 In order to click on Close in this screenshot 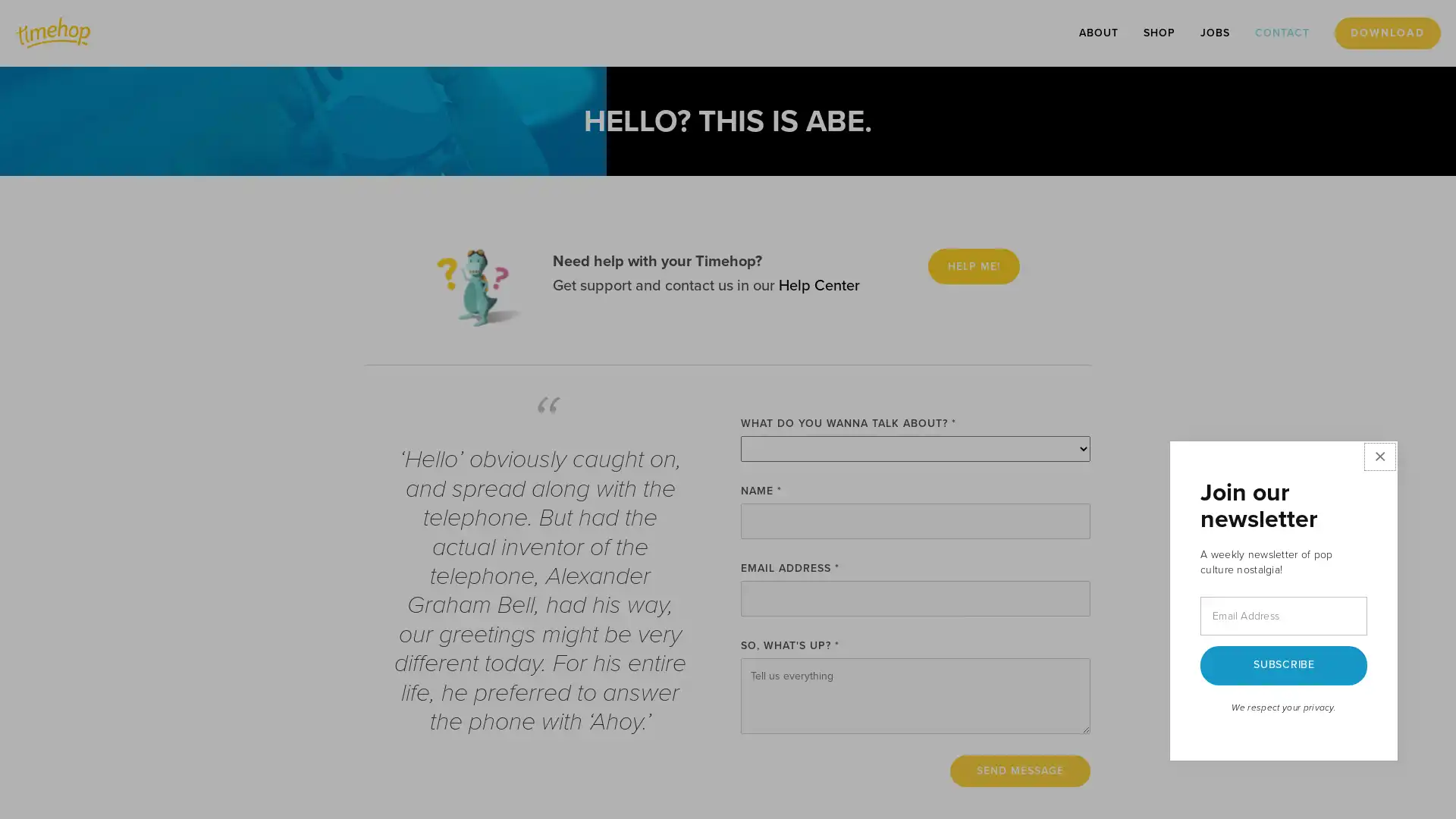, I will do `click(1379, 455)`.